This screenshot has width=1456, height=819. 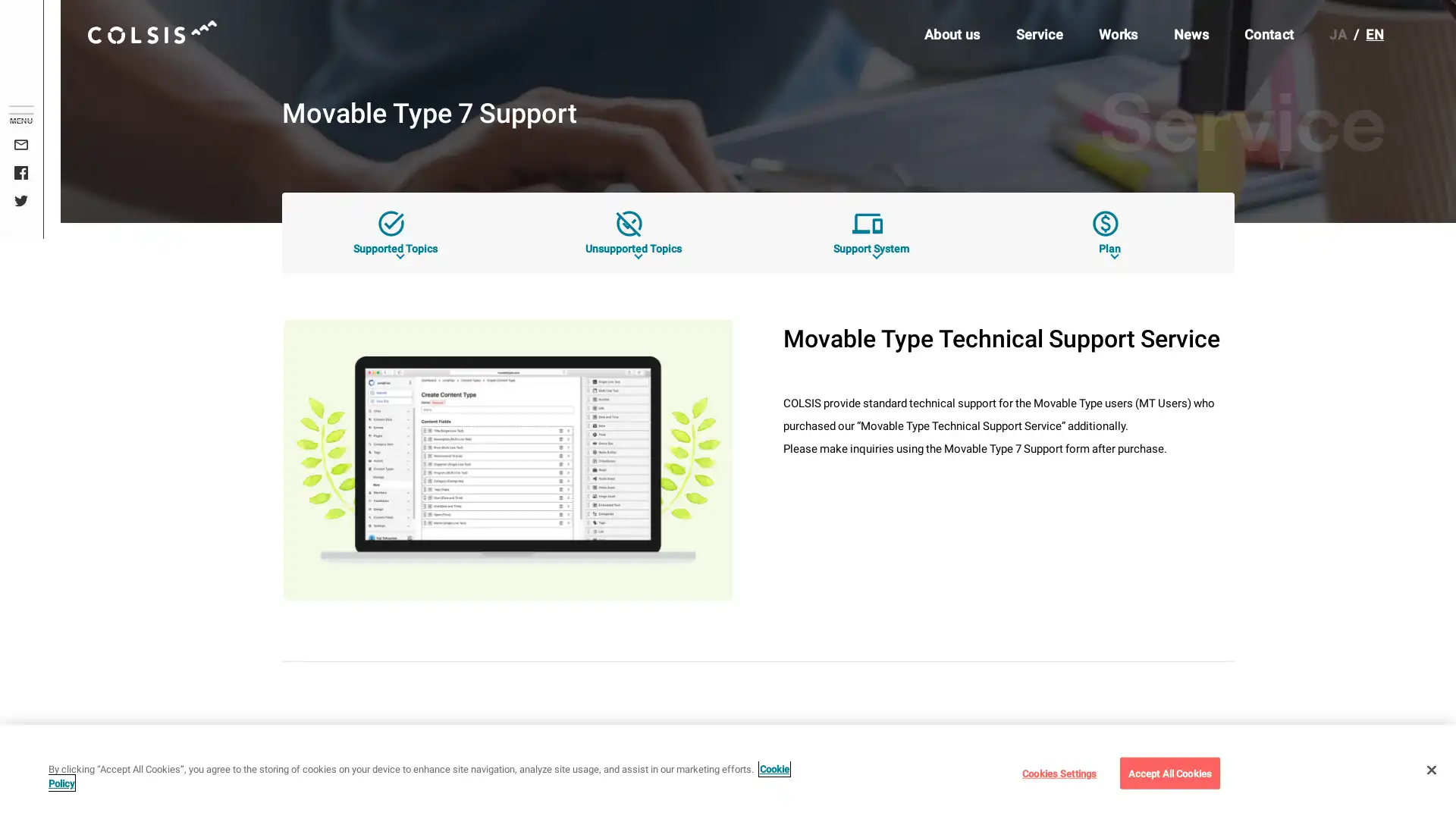 What do you see at coordinates (1169, 772) in the screenshot?
I see `Accept All Cookies` at bounding box center [1169, 772].